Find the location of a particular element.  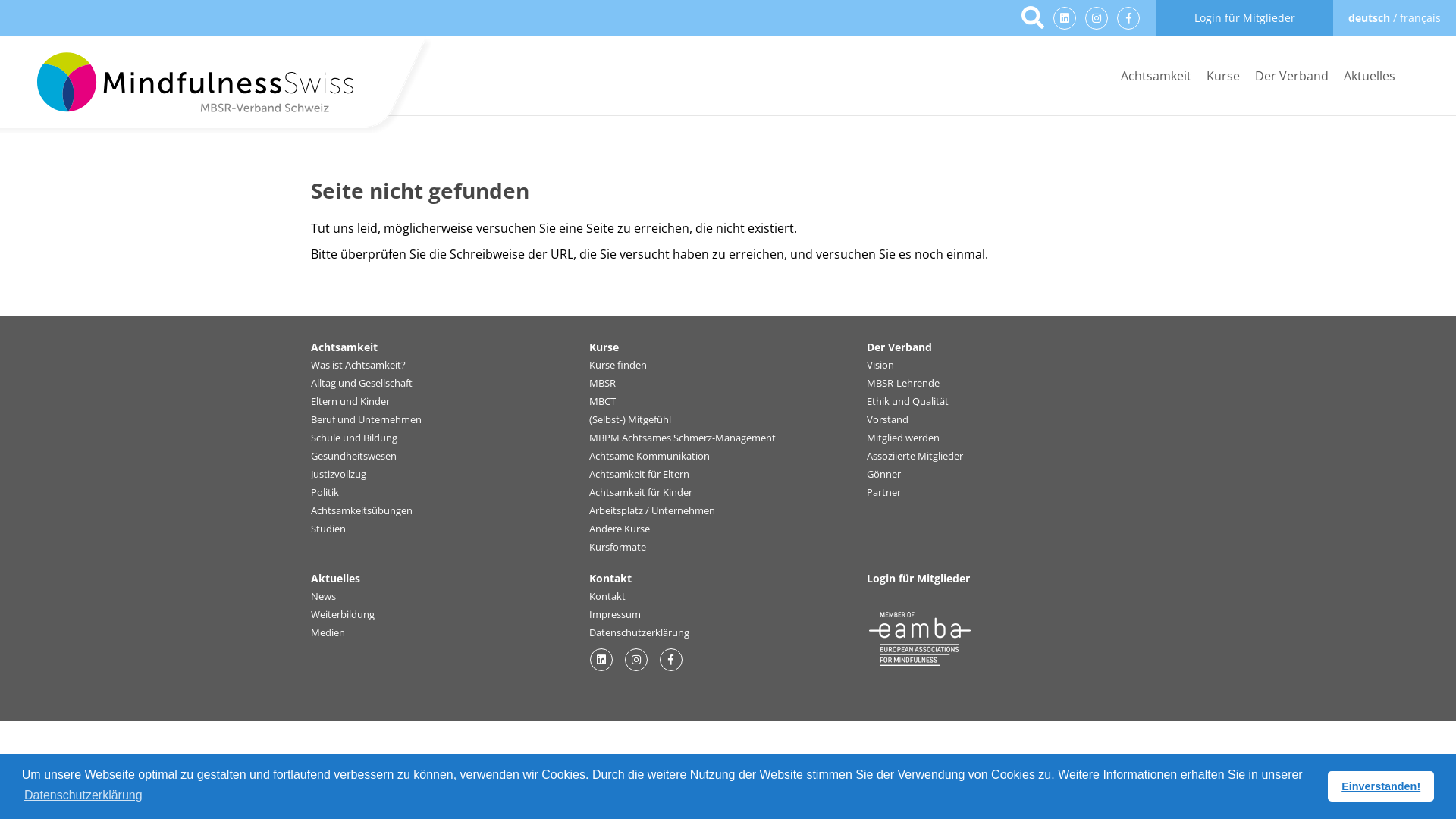

'Alltag und Gesellschaft' is located at coordinates (309, 382).